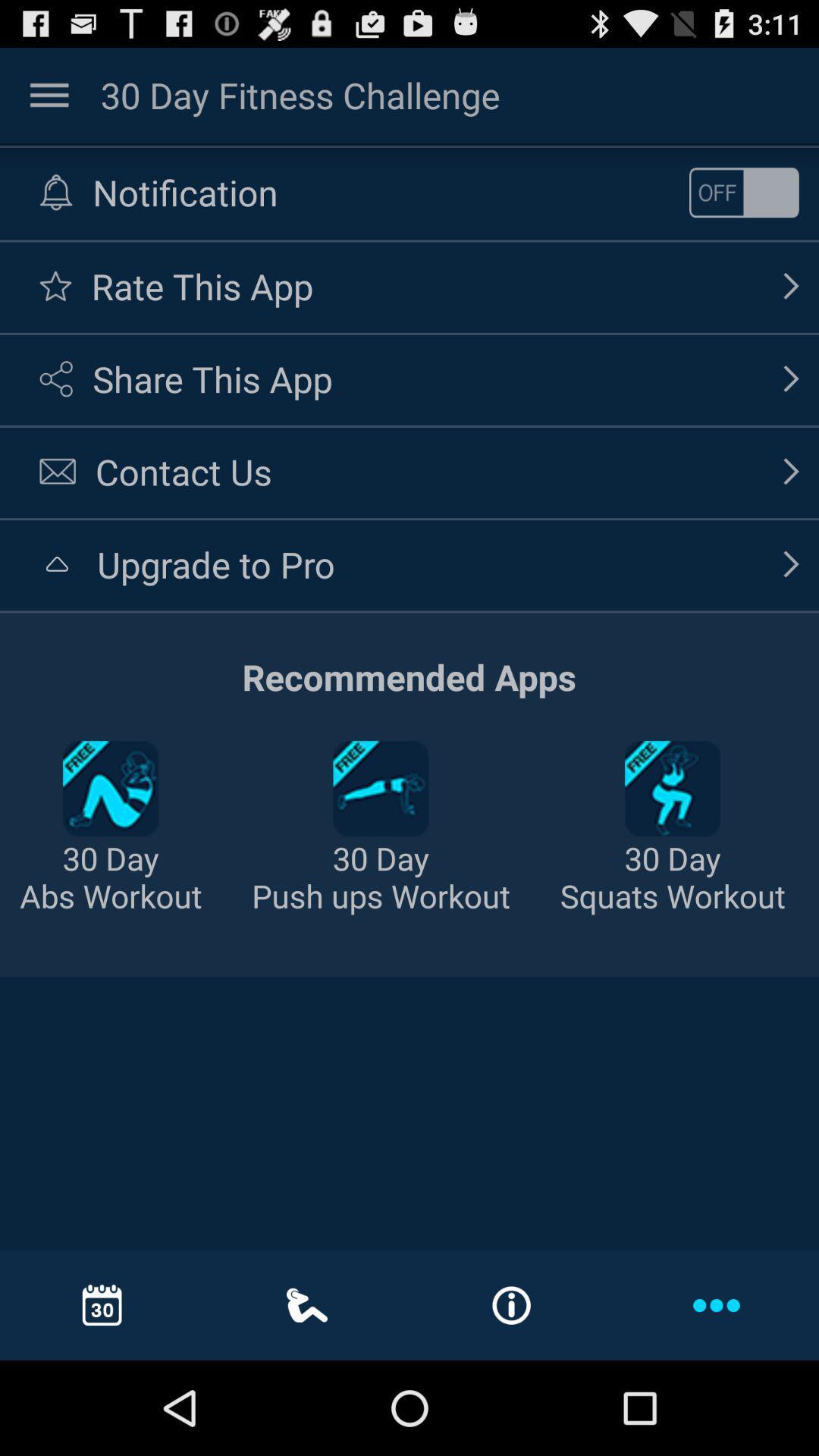 This screenshot has width=819, height=1456. What do you see at coordinates (55, 192) in the screenshot?
I see `the bell image option to the left of the text notification` at bounding box center [55, 192].